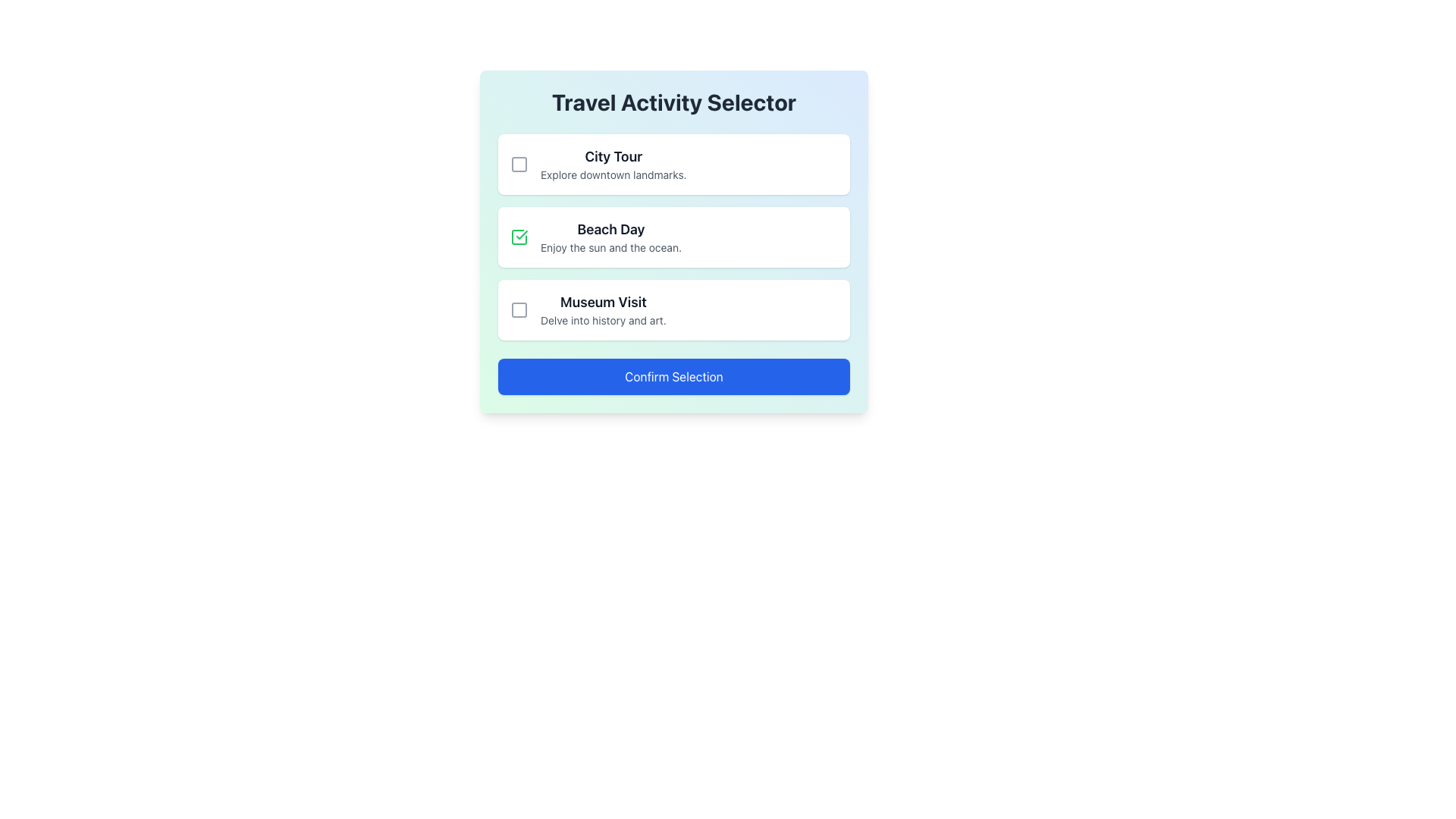 The height and width of the screenshot is (819, 1456). Describe the element at coordinates (611, 230) in the screenshot. I see `the 'Beach Day' title text label in the Travel Activity Selector list` at that location.